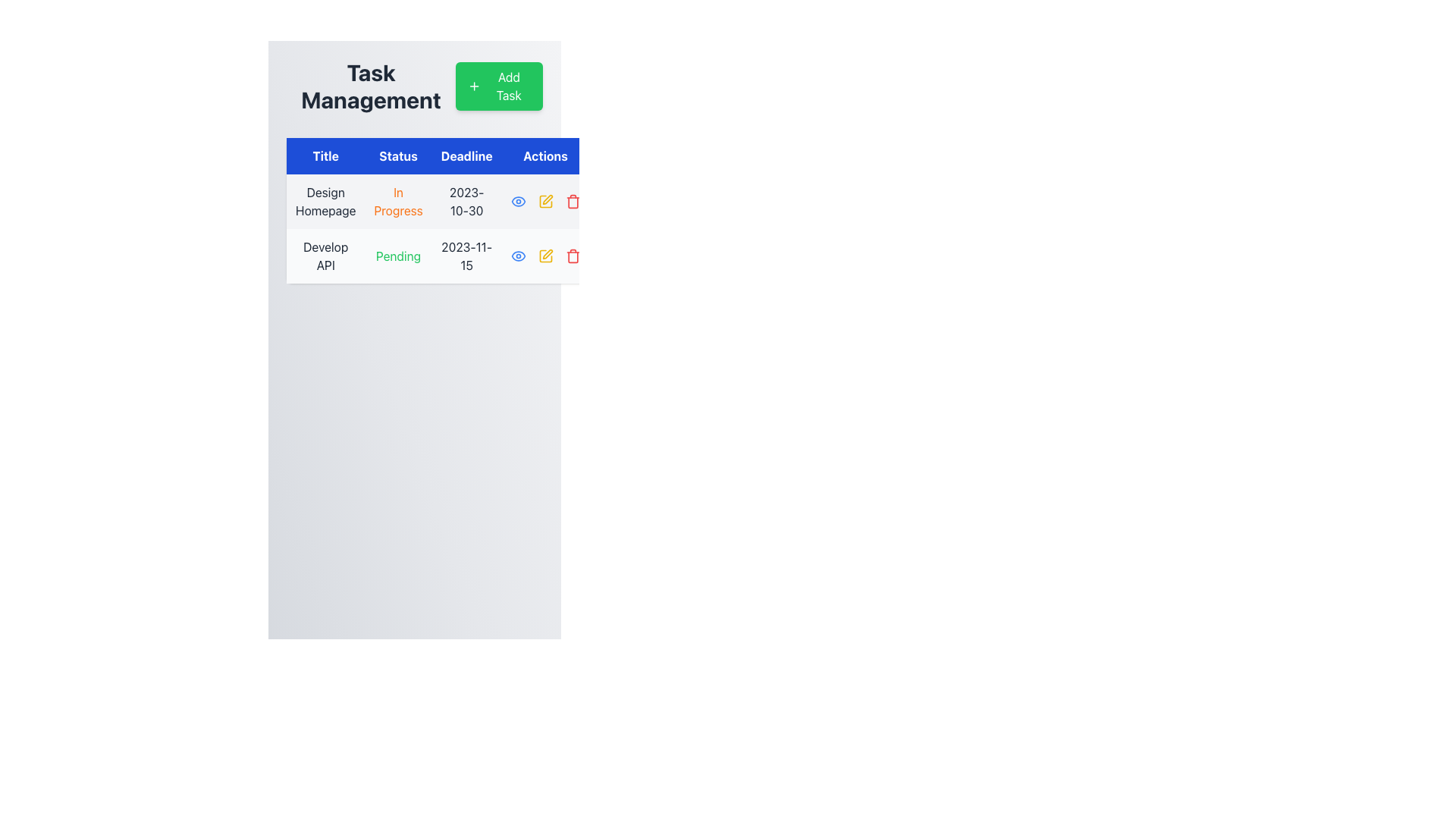 Image resolution: width=1456 pixels, height=819 pixels. What do you see at coordinates (325, 201) in the screenshot?
I see `the 'Design Homepage' text label in the first cell under the 'Title' column of the table to focus on it` at bounding box center [325, 201].